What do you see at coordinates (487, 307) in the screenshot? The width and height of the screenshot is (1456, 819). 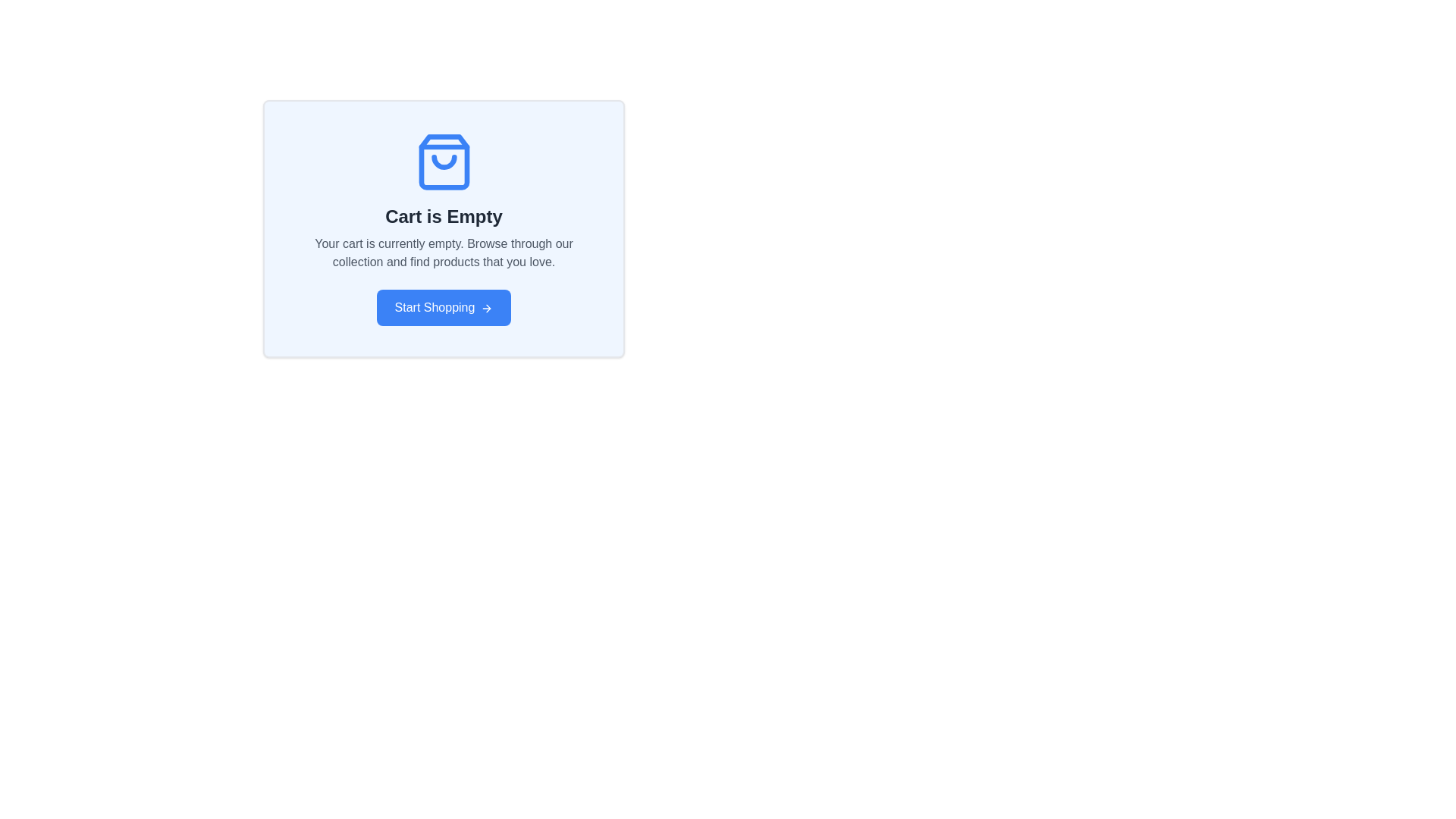 I see `the appearance of the rightward-pointing arrow icon located within the 'Start Shopping' button at the bottom center of the 'Cart is Empty' card` at bounding box center [487, 307].